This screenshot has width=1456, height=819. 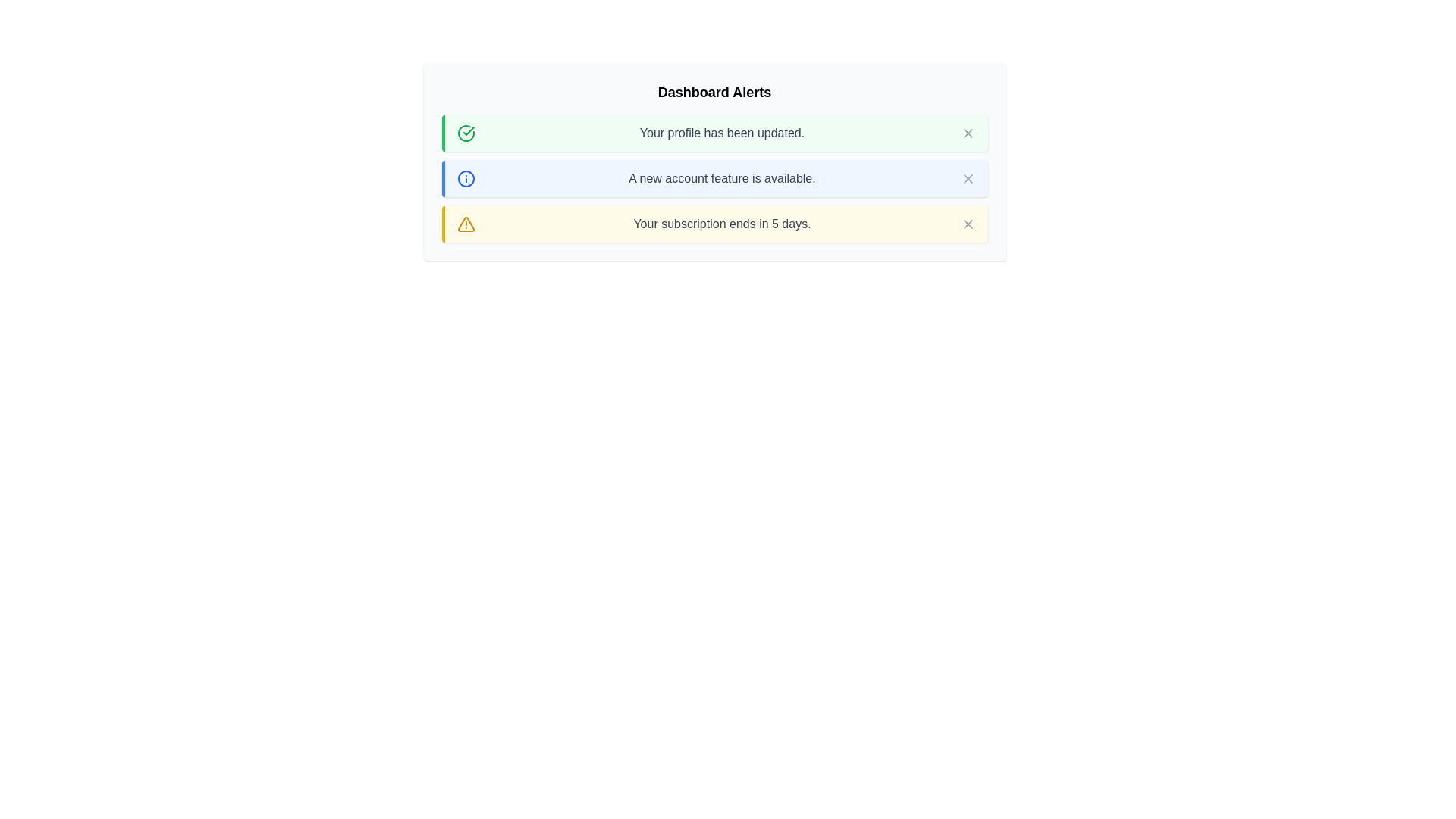 What do you see at coordinates (967, 177) in the screenshot?
I see `the 'Dismiss' button represented by an 'X' icon at the far right of the blue notification bar to change its color from gray to a darker shade` at bounding box center [967, 177].